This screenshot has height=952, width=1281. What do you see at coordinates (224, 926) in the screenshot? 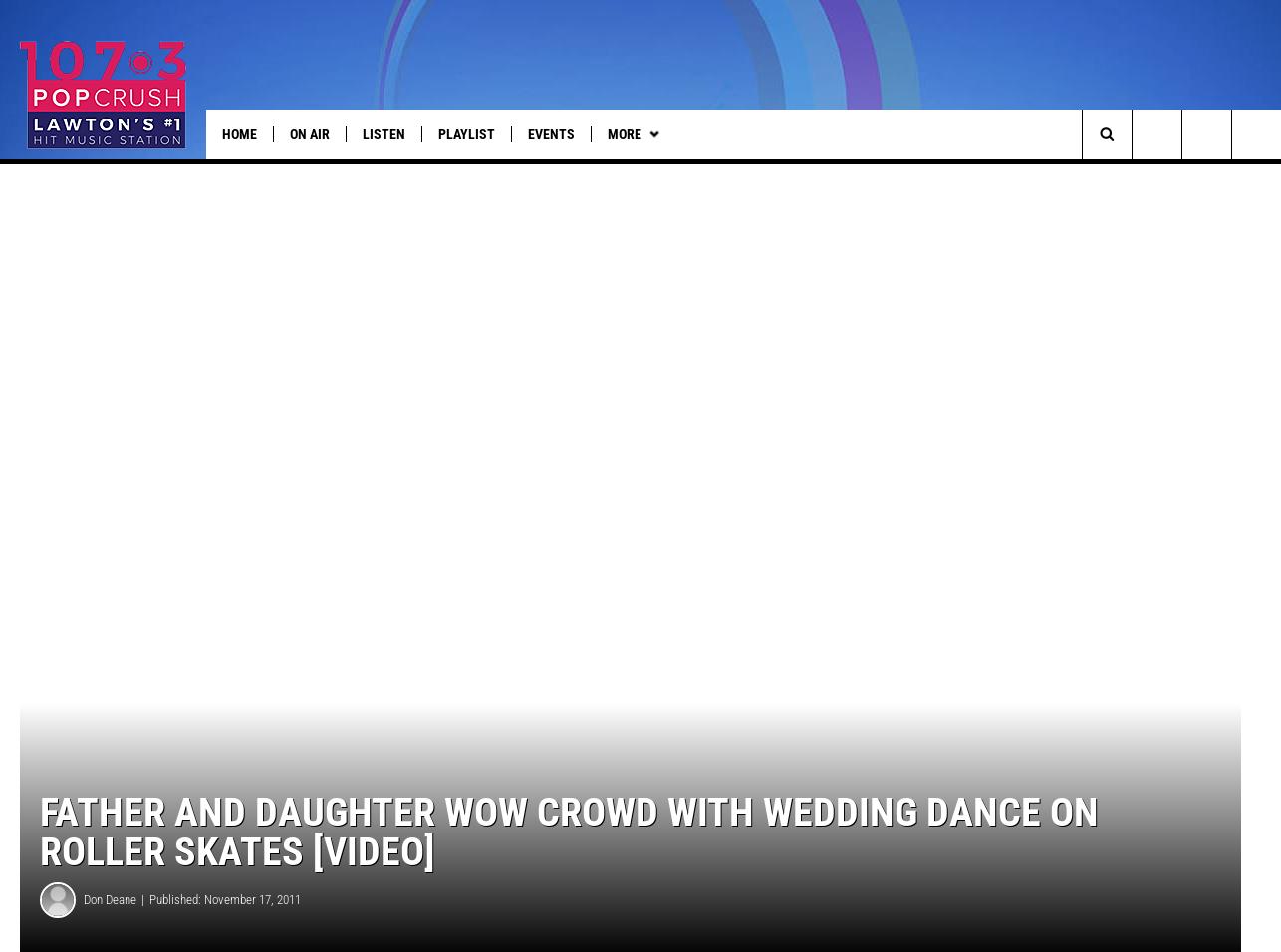
I see `'Published: November 17, 2011'` at bounding box center [224, 926].